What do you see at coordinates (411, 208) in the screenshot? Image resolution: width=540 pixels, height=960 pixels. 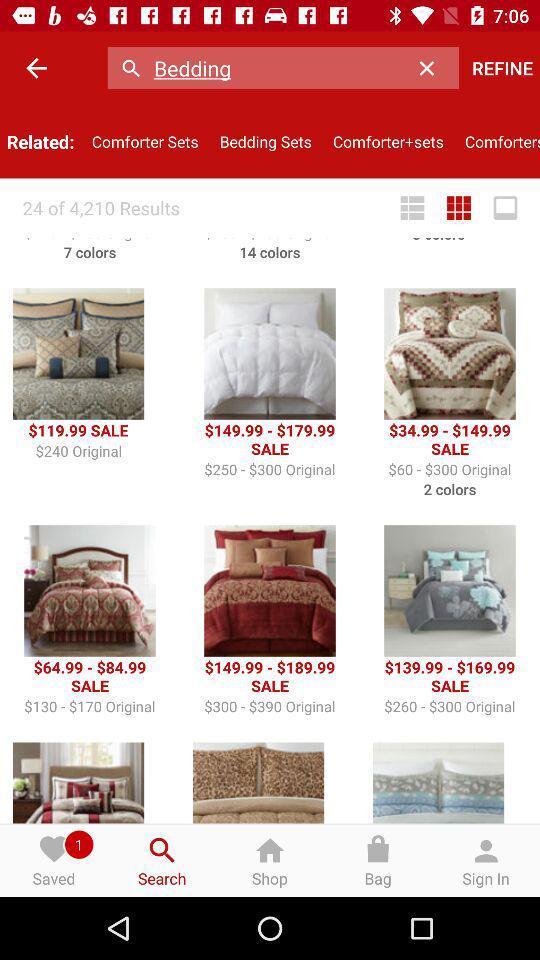 I see `icon next to the 24 of 4 item` at bounding box center [411, 208].